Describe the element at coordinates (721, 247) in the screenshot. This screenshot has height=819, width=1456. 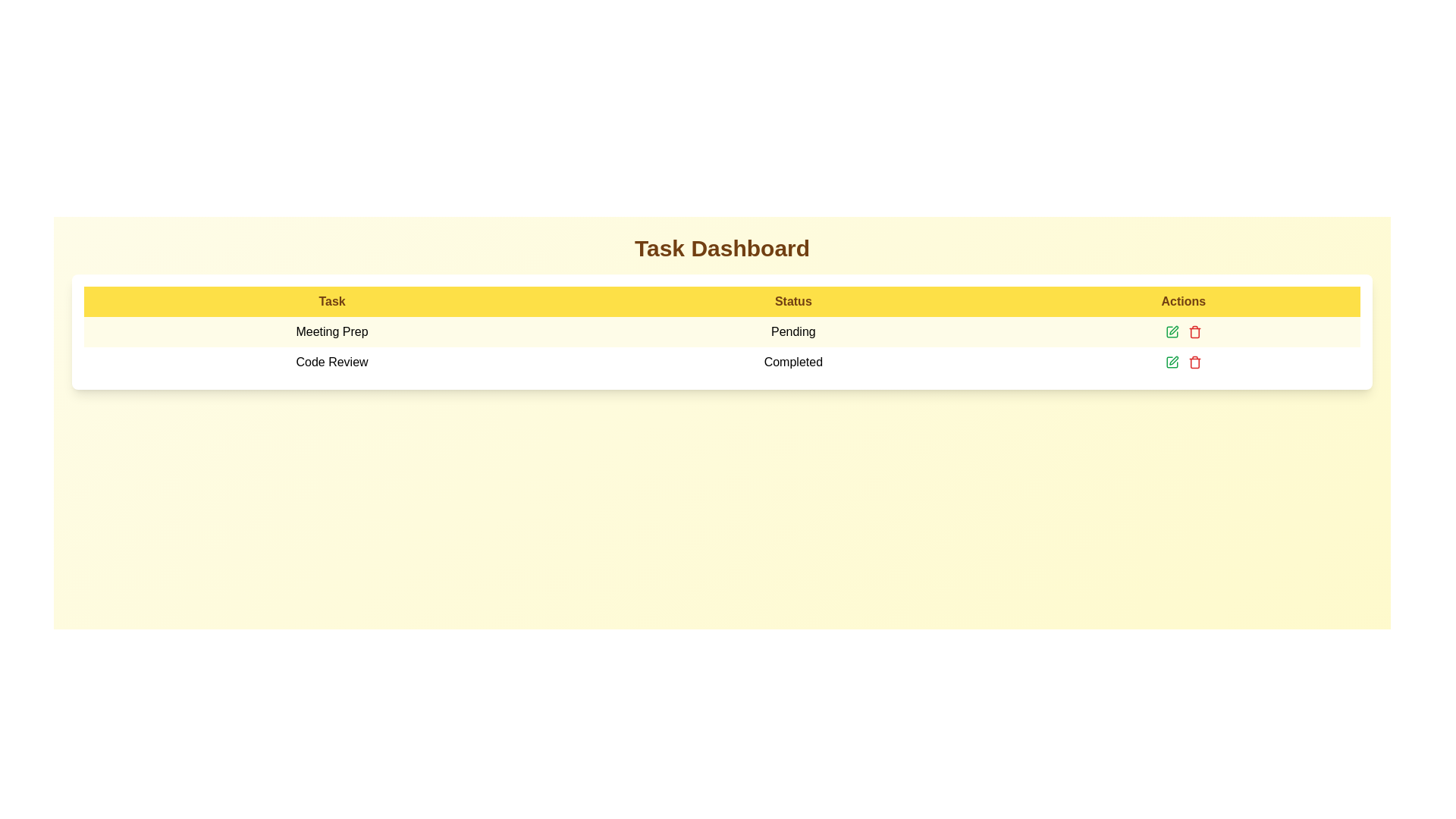
I see `text heading 'Task Dashboard' which is styled bold and large in a yellowish-brown color, located at the top section above the task table` at that location.